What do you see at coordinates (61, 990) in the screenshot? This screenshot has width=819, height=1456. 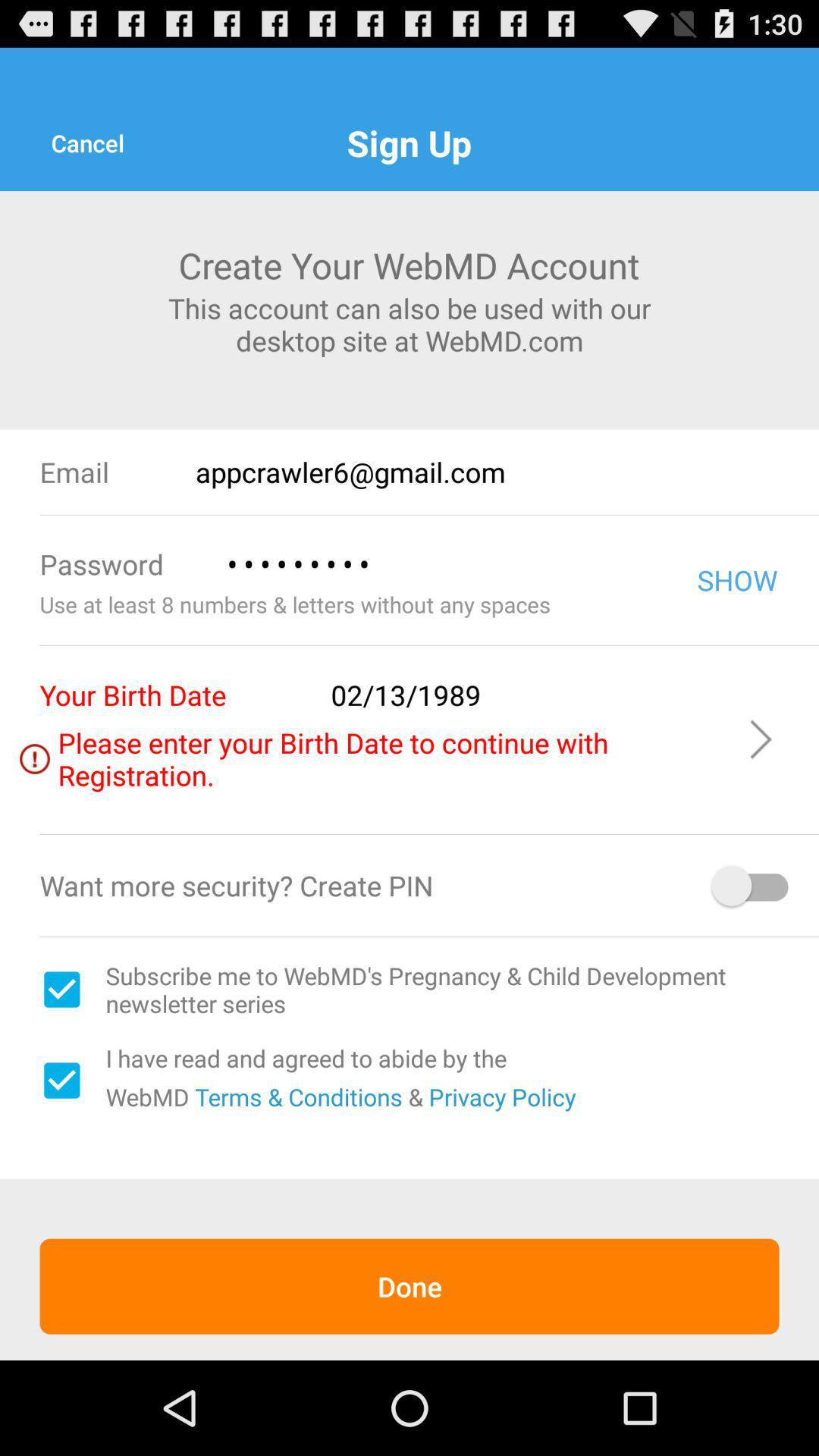 I see `check box to subscribe` at bounding box center [61, 990].